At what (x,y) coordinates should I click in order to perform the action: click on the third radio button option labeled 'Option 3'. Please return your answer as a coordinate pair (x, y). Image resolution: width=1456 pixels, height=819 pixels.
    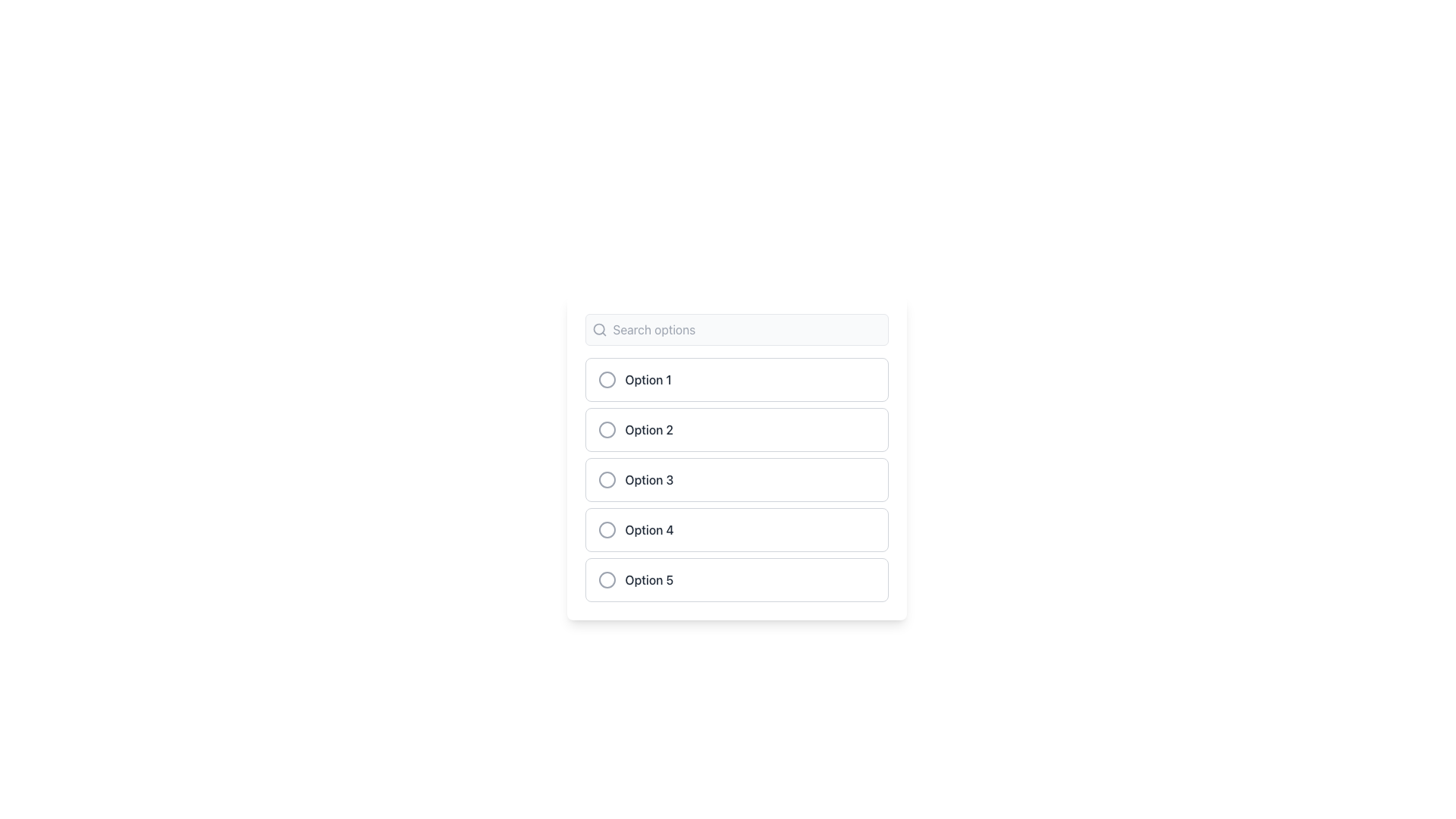
    Looking at the image, I should click on (736, 479).